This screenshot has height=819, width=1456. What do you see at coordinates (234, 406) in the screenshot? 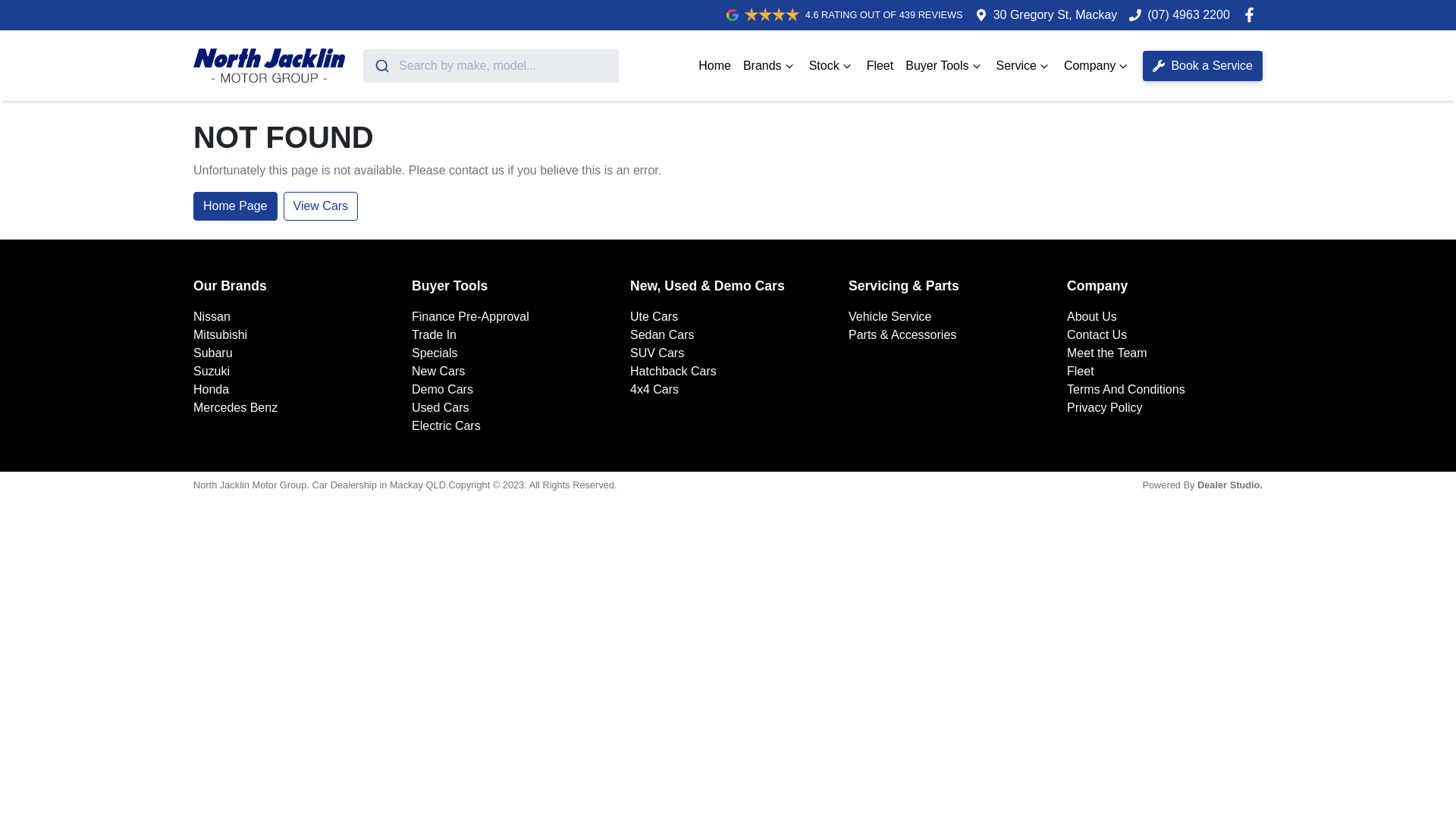
I see `'Mercedes Benz'` at bounding box center [234, 406].